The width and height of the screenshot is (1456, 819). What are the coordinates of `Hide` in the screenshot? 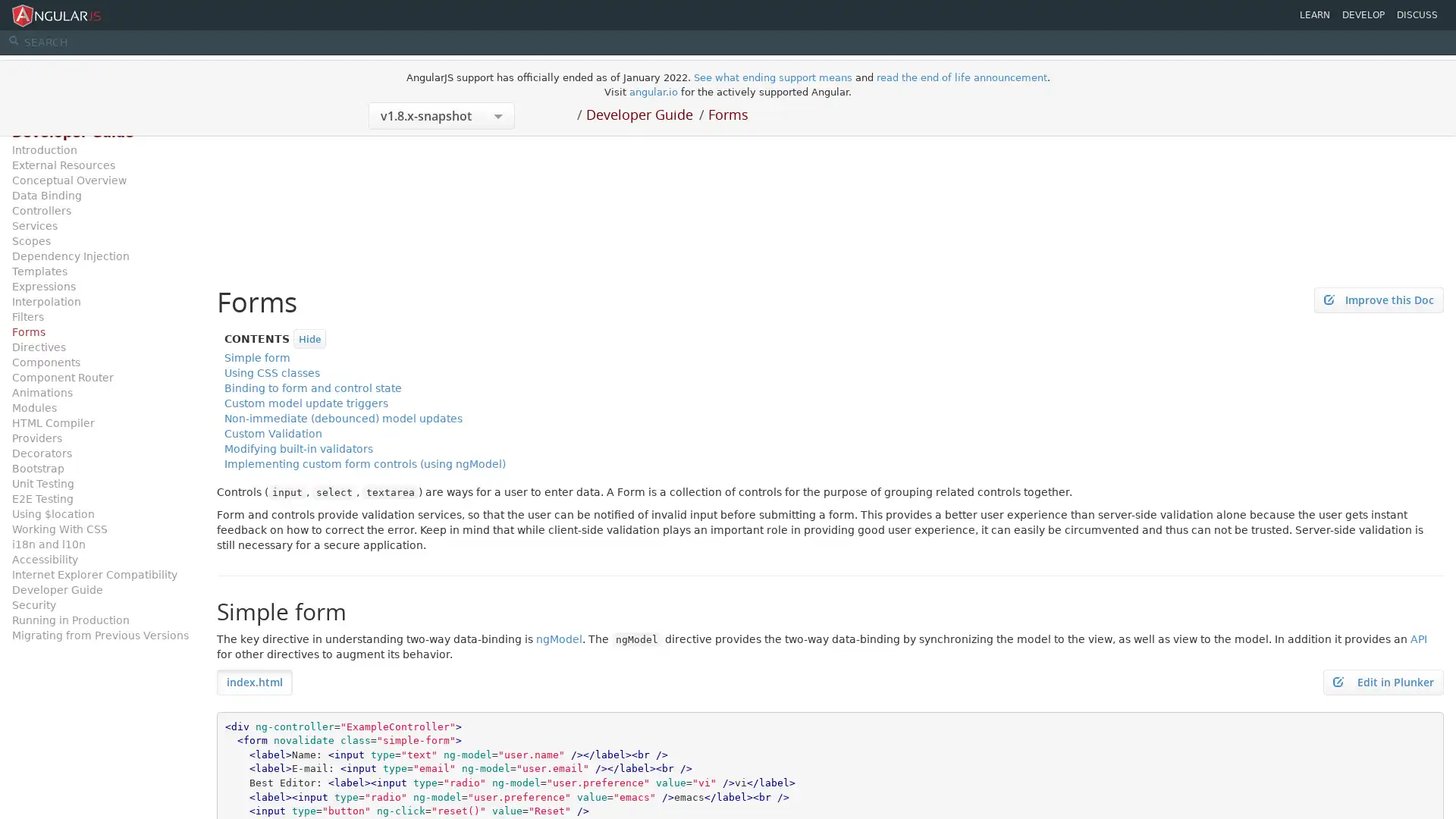 It's located at (309, 337).